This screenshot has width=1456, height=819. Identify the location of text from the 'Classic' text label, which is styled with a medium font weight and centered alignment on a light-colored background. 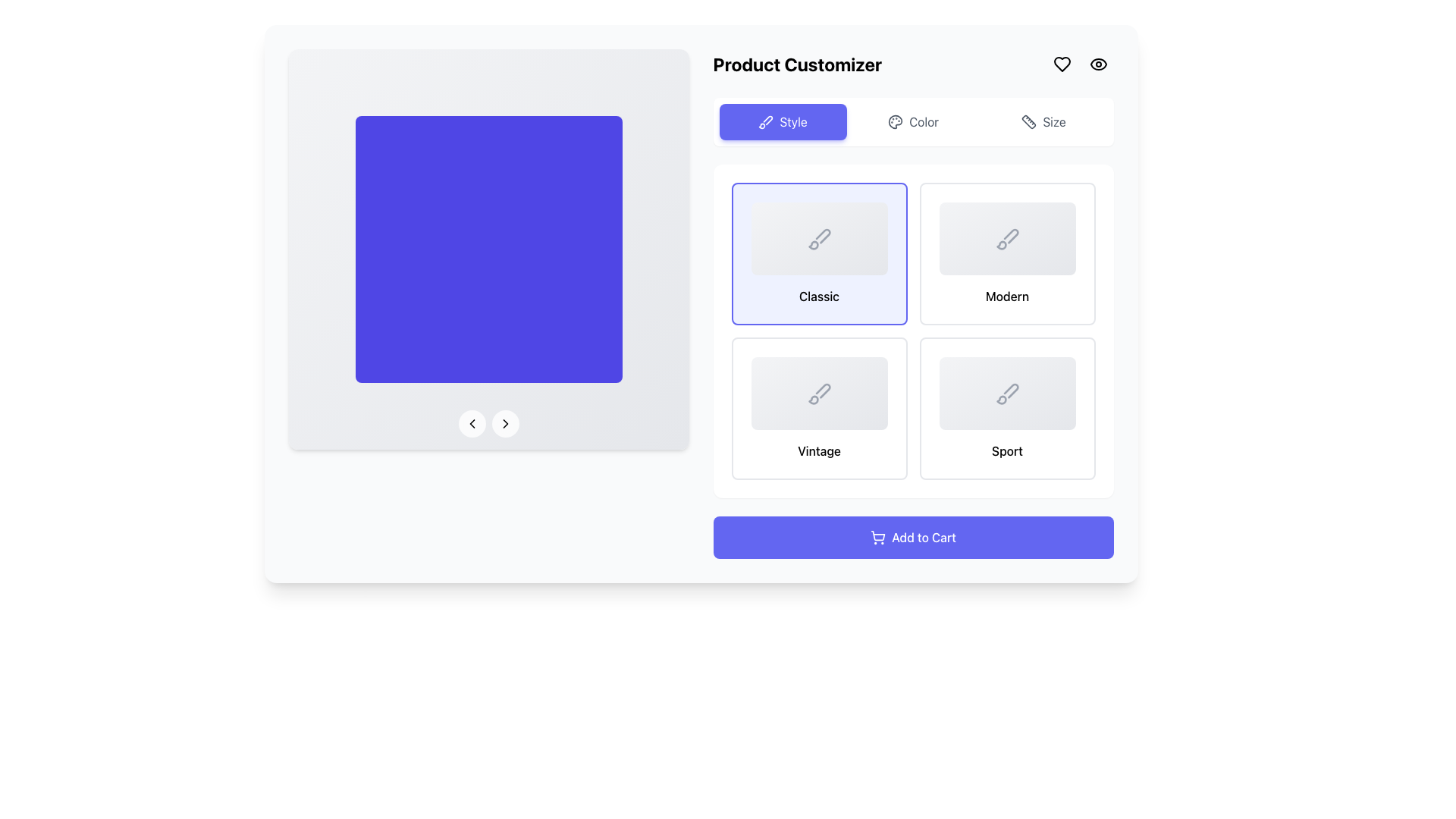
(818, 296).